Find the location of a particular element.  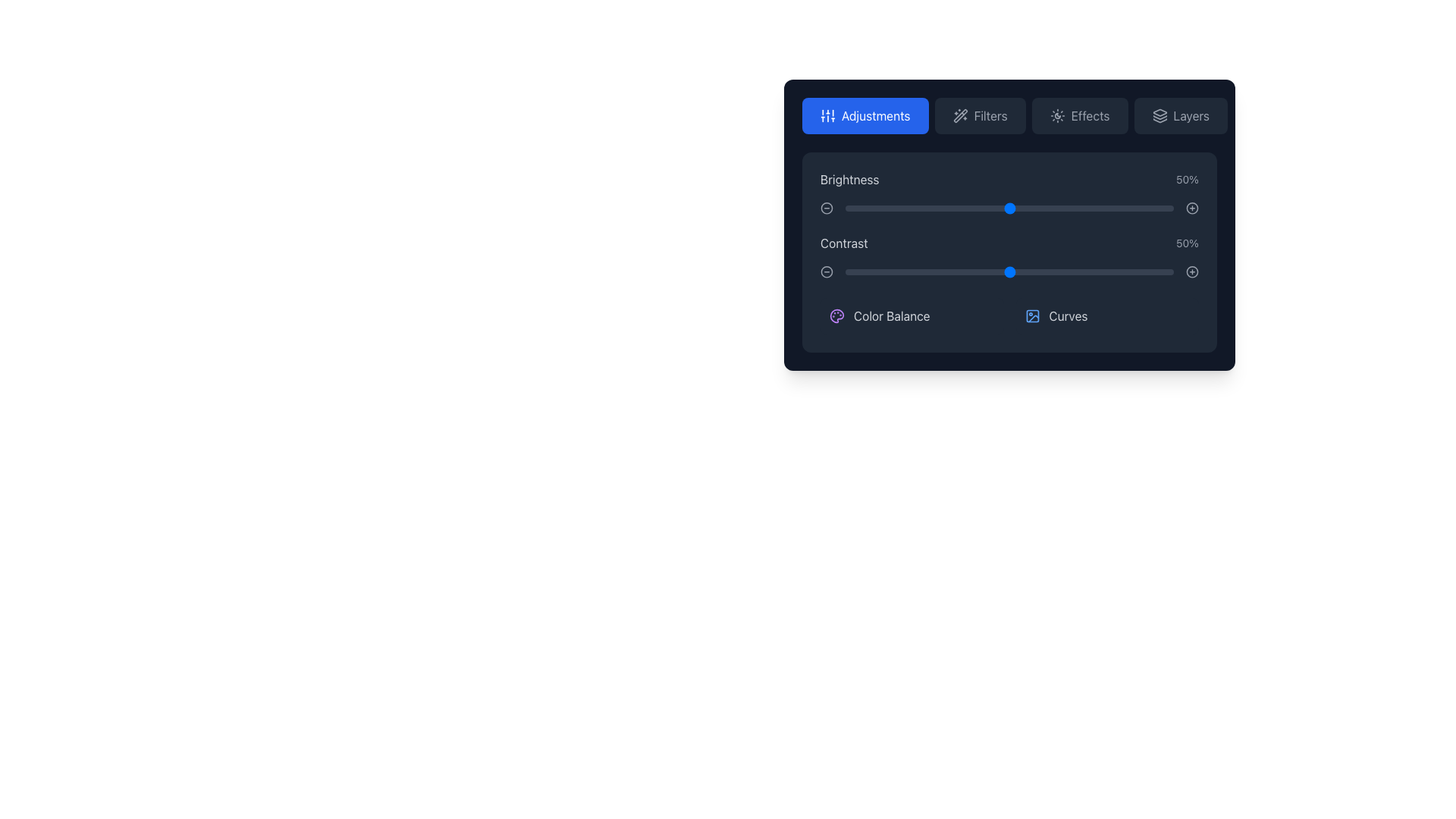

the wand with sparkles graphical icon located at the top-right corner of the toolbar is located at coordinates (959, 115).